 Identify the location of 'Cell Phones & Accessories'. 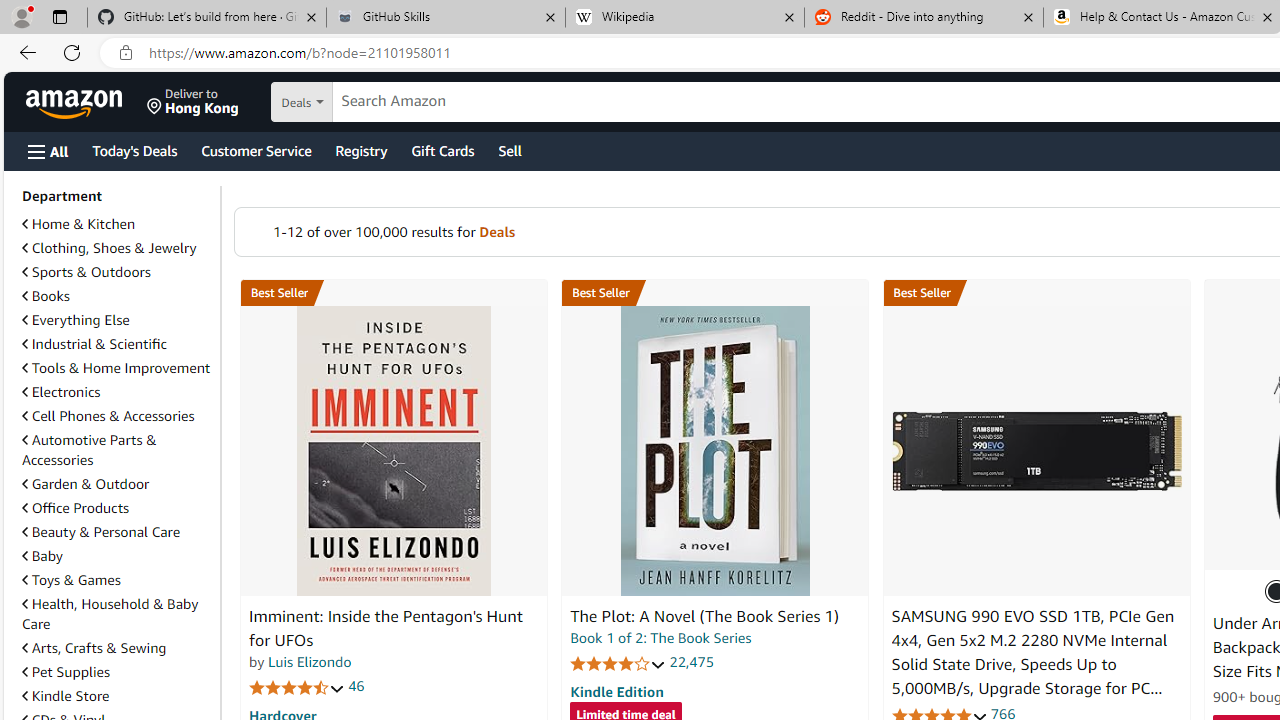
(116, 415).